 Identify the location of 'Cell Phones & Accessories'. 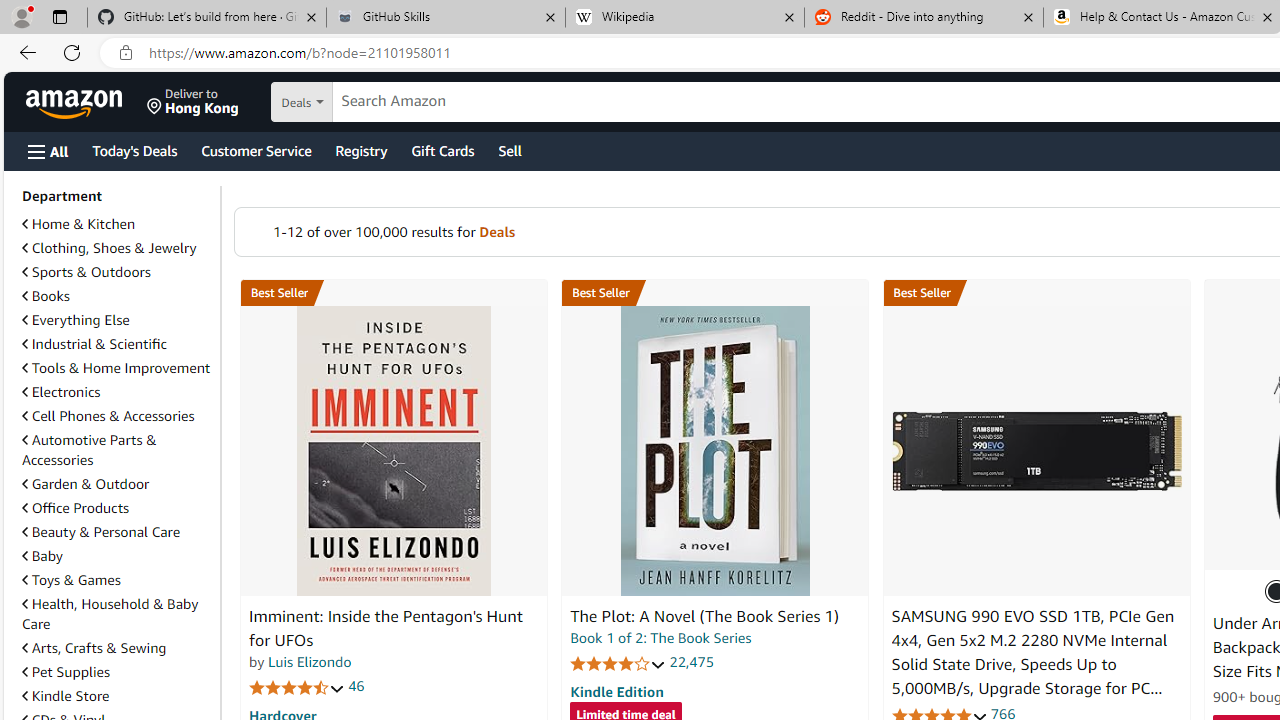
(116, 415).